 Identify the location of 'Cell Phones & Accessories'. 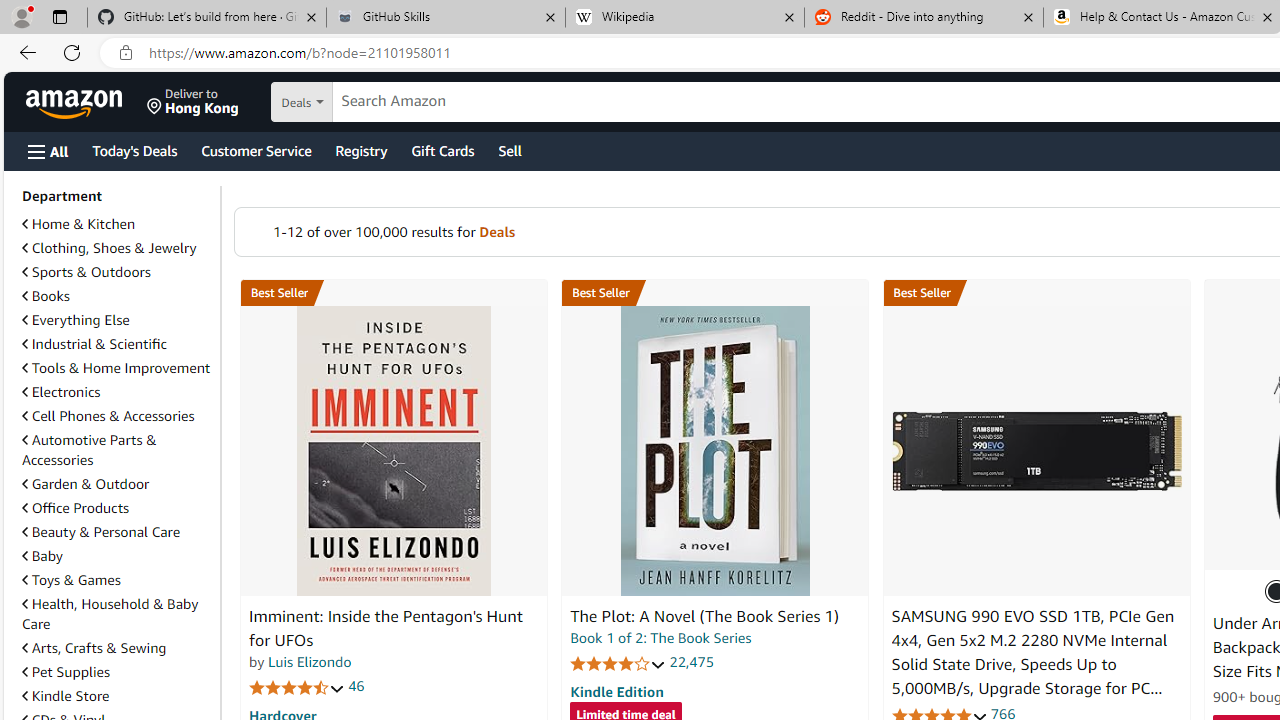
(116, 415).